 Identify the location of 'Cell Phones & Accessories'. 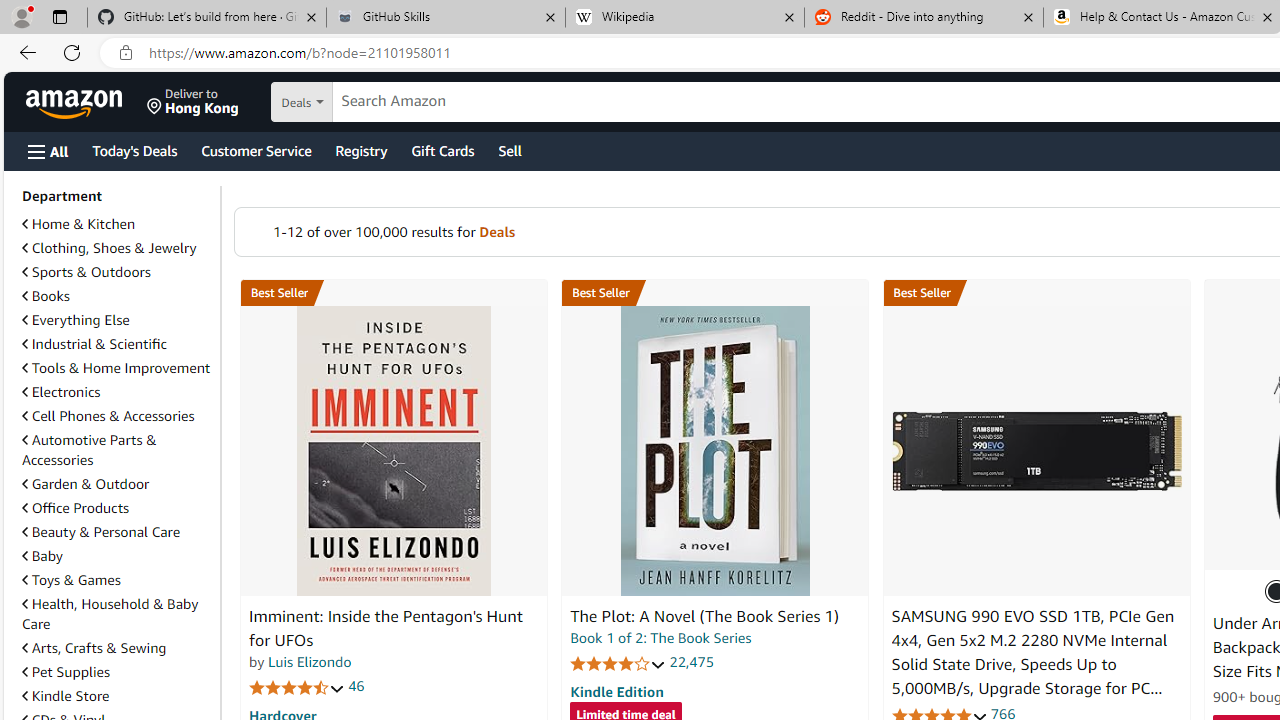
(116, 415).